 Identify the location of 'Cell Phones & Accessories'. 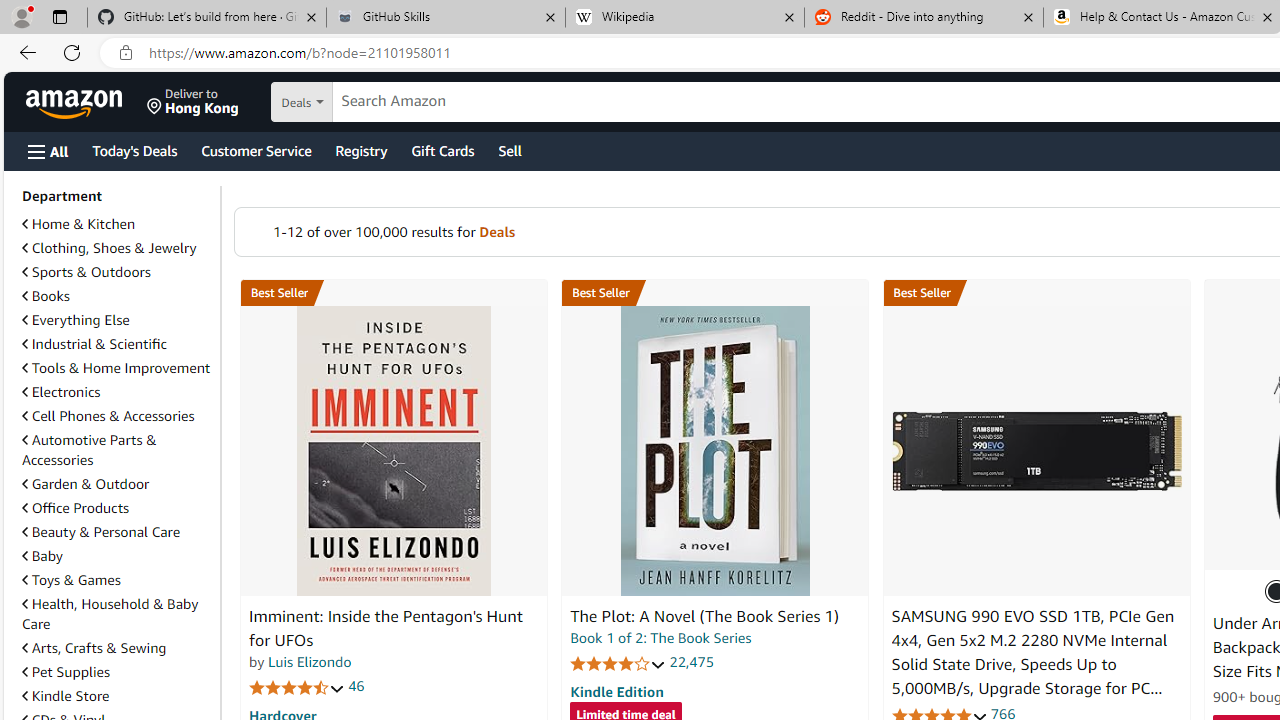
(116, 415).